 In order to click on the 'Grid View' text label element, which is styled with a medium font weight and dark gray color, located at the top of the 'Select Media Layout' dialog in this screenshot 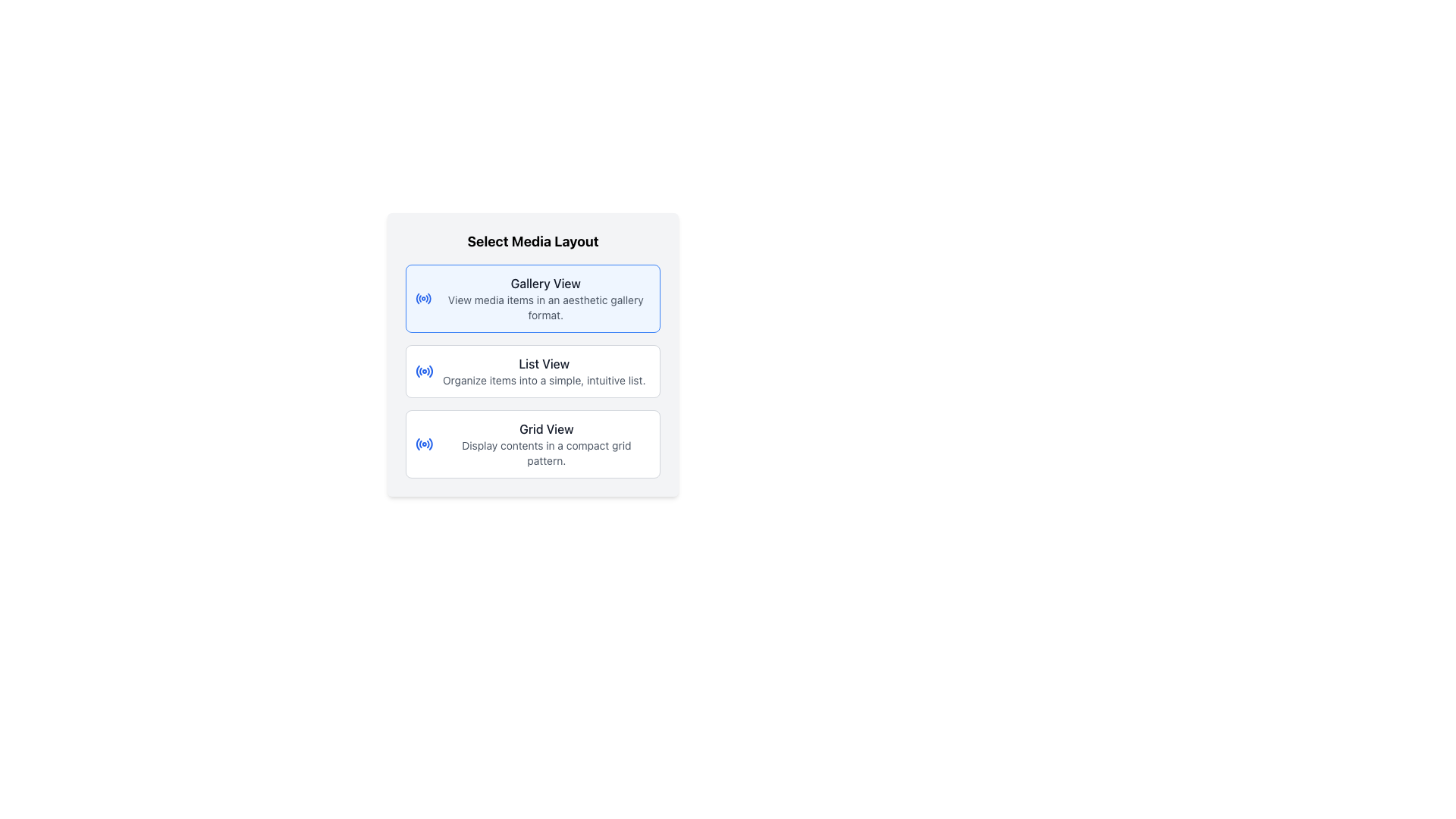, I will do `click(546, 429)`.